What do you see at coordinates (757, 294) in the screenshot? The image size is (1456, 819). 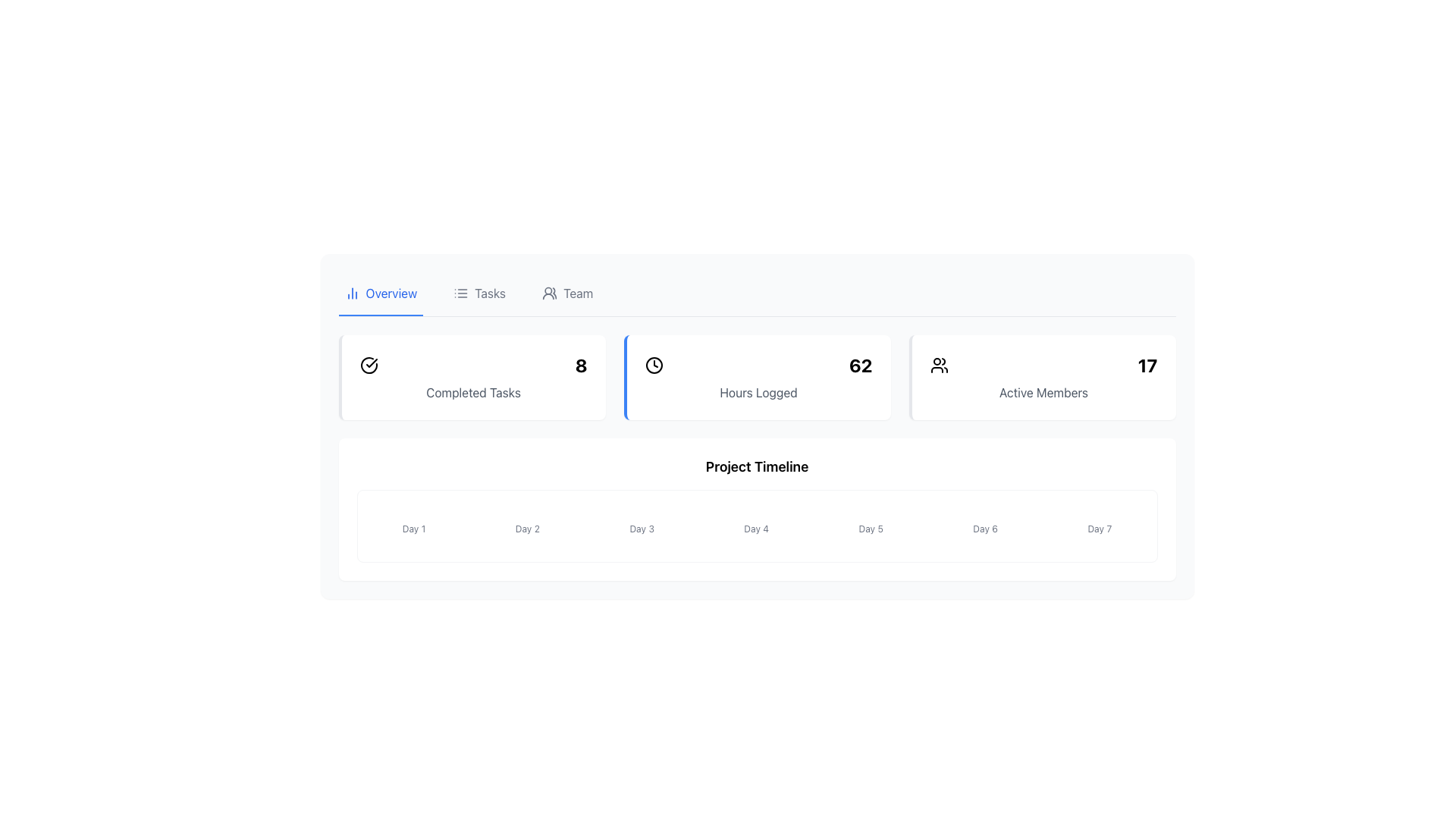 I see `a tab in the Tab Navigation Bar located at the top of the application` at bounding box center [757, 294].